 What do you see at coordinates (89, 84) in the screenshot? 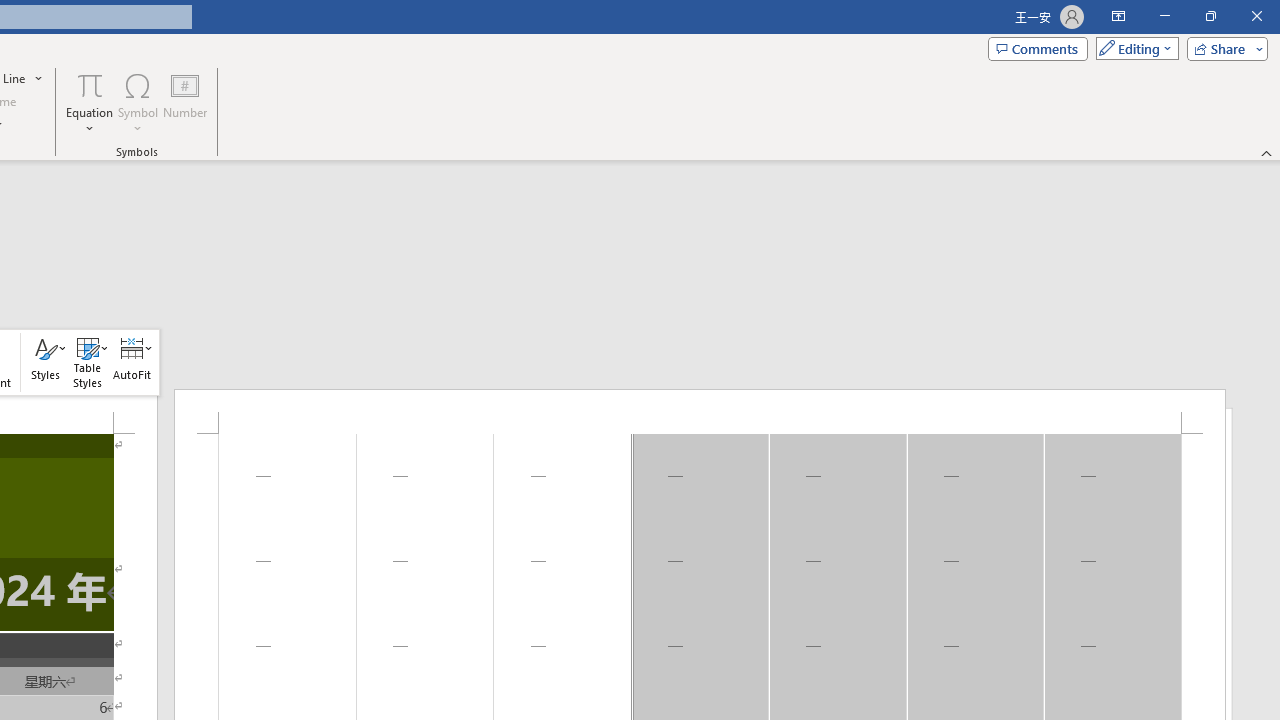
I see `'Equation'` at bounding box center [89, 84].